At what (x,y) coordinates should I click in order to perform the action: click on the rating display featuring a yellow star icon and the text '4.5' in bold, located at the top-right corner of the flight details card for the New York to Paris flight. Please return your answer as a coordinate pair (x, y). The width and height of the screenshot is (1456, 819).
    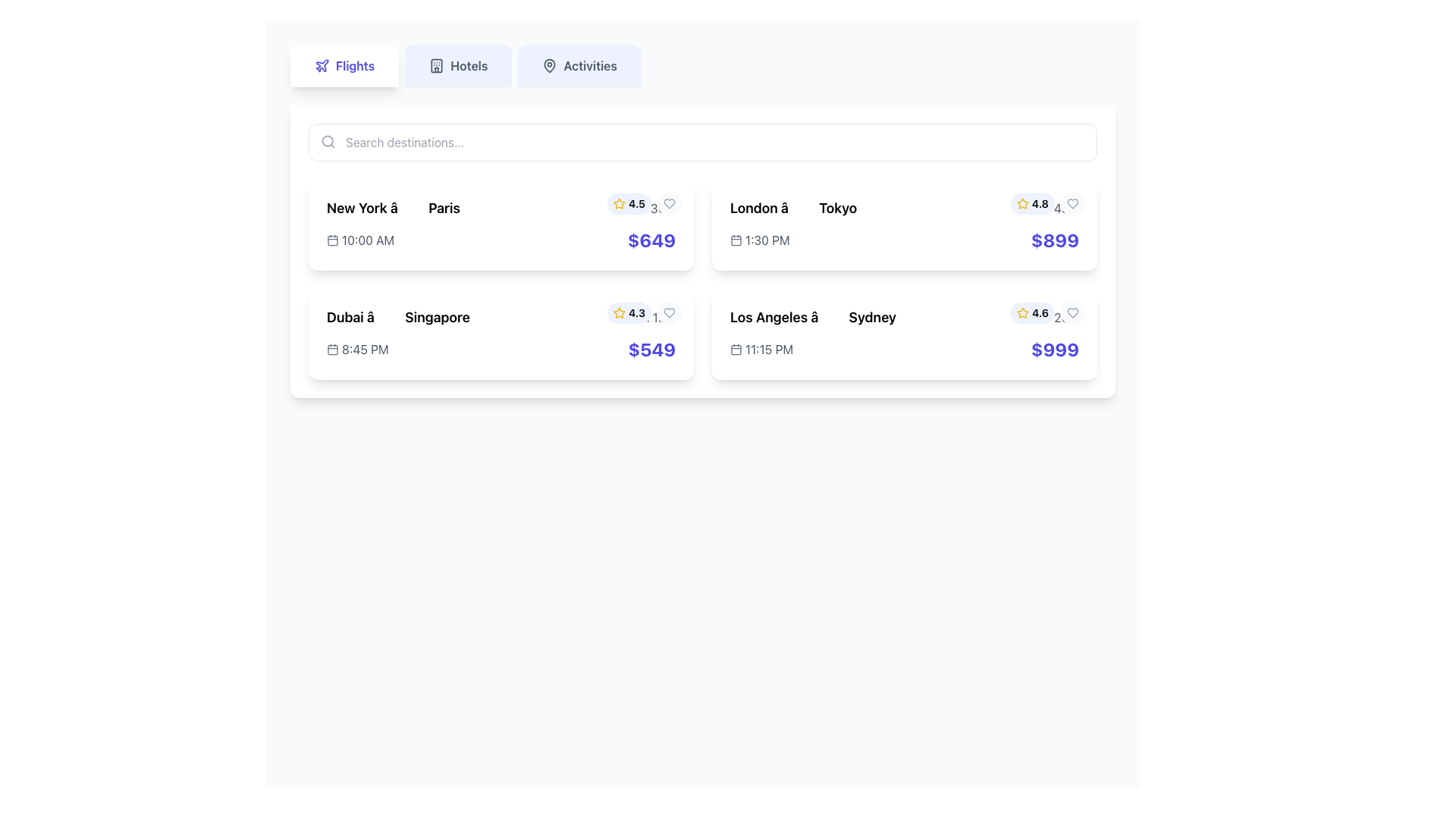
    Looking at the image, I should click on (644, 203).